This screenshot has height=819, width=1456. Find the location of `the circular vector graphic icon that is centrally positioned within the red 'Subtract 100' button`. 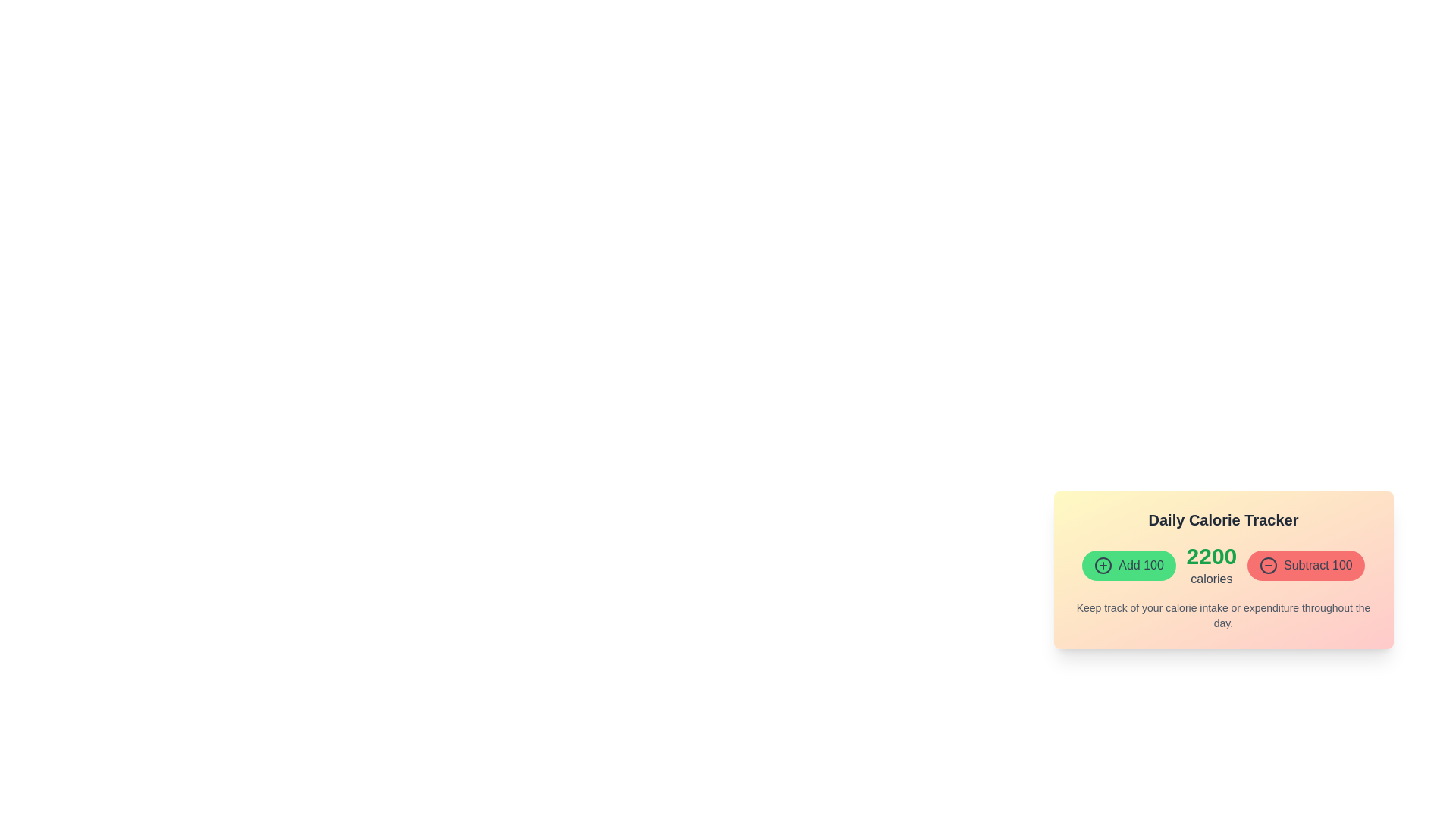

the circular vector graphic icon that is centrally positioned within the red 'Subtract 100' button is located at coordinates (1269, 565).